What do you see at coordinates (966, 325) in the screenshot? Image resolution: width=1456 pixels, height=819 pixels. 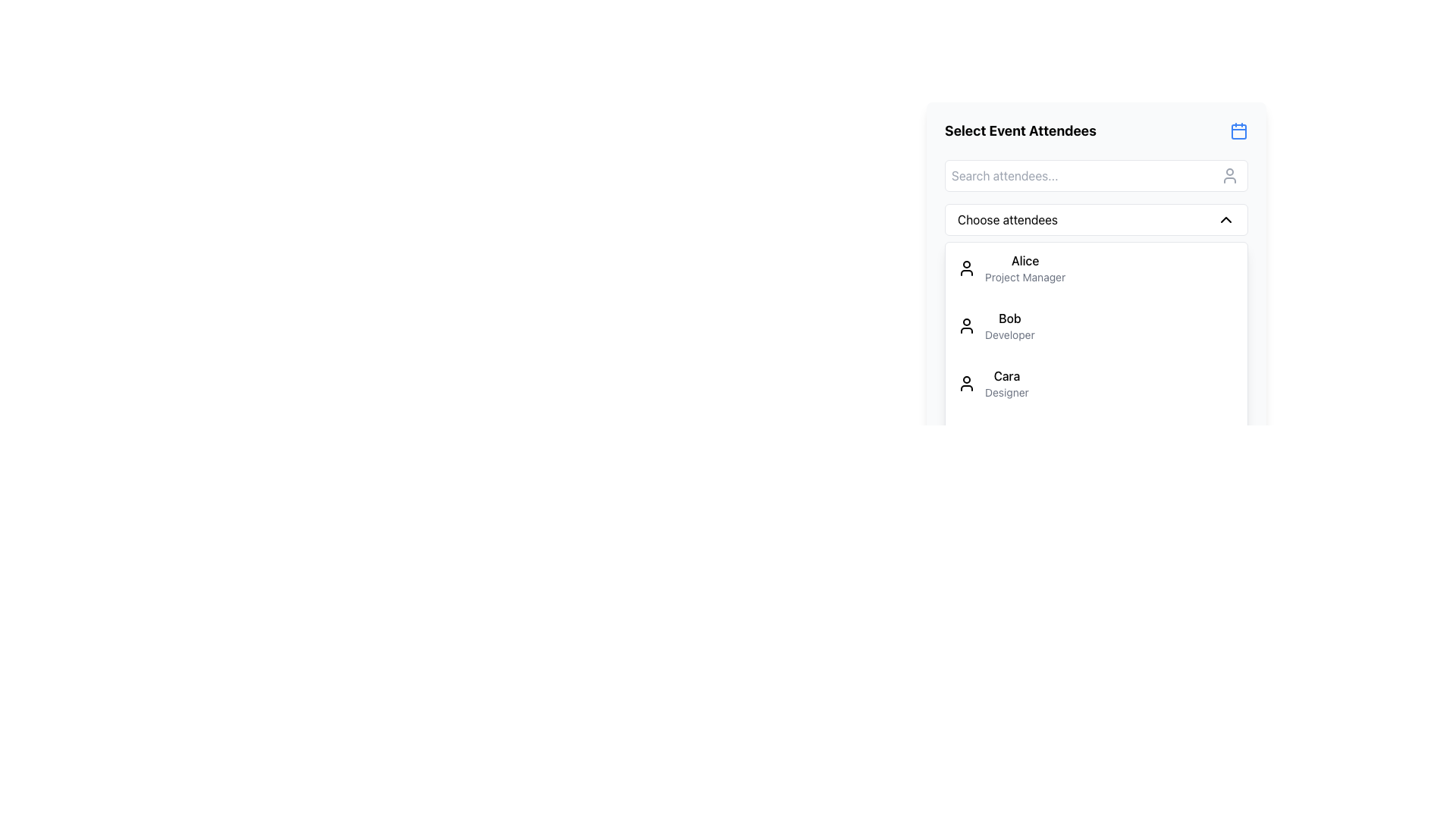 I see `the user profile icon representing 'Bob', which is styled in a clean, minimalistic line-drawing aesthetic and located in the 'Select Event Attendees' section` at bounding box center [966, 325].